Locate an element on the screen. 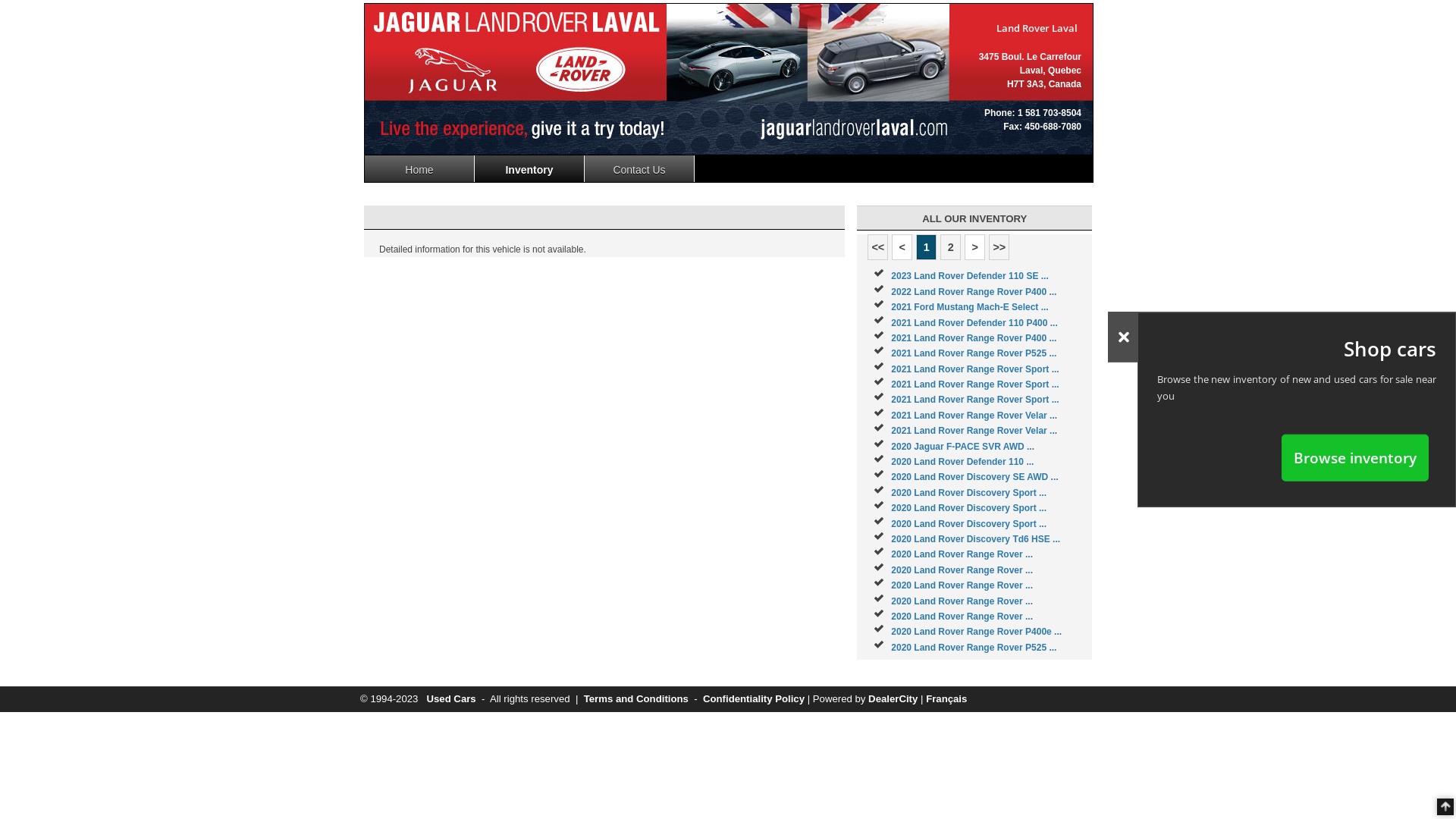 This screenshot has height=819, width=1456. 'DealerCity' is located at coordinates (893, 698).